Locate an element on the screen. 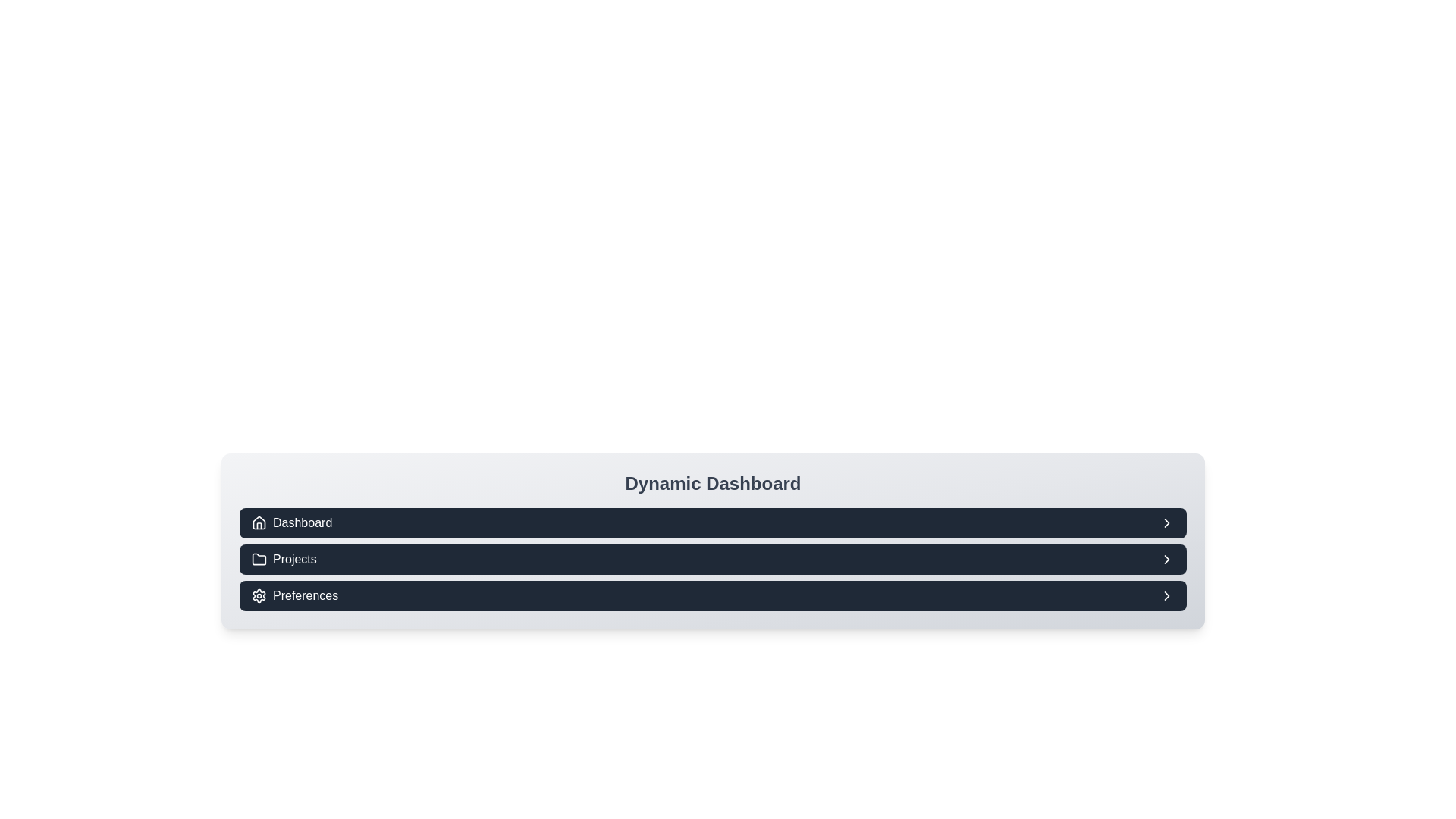  the rightward chevron arrow icon, which is gray and located on the dark background in the first line item of the list is located at coordinates (1166, 522).